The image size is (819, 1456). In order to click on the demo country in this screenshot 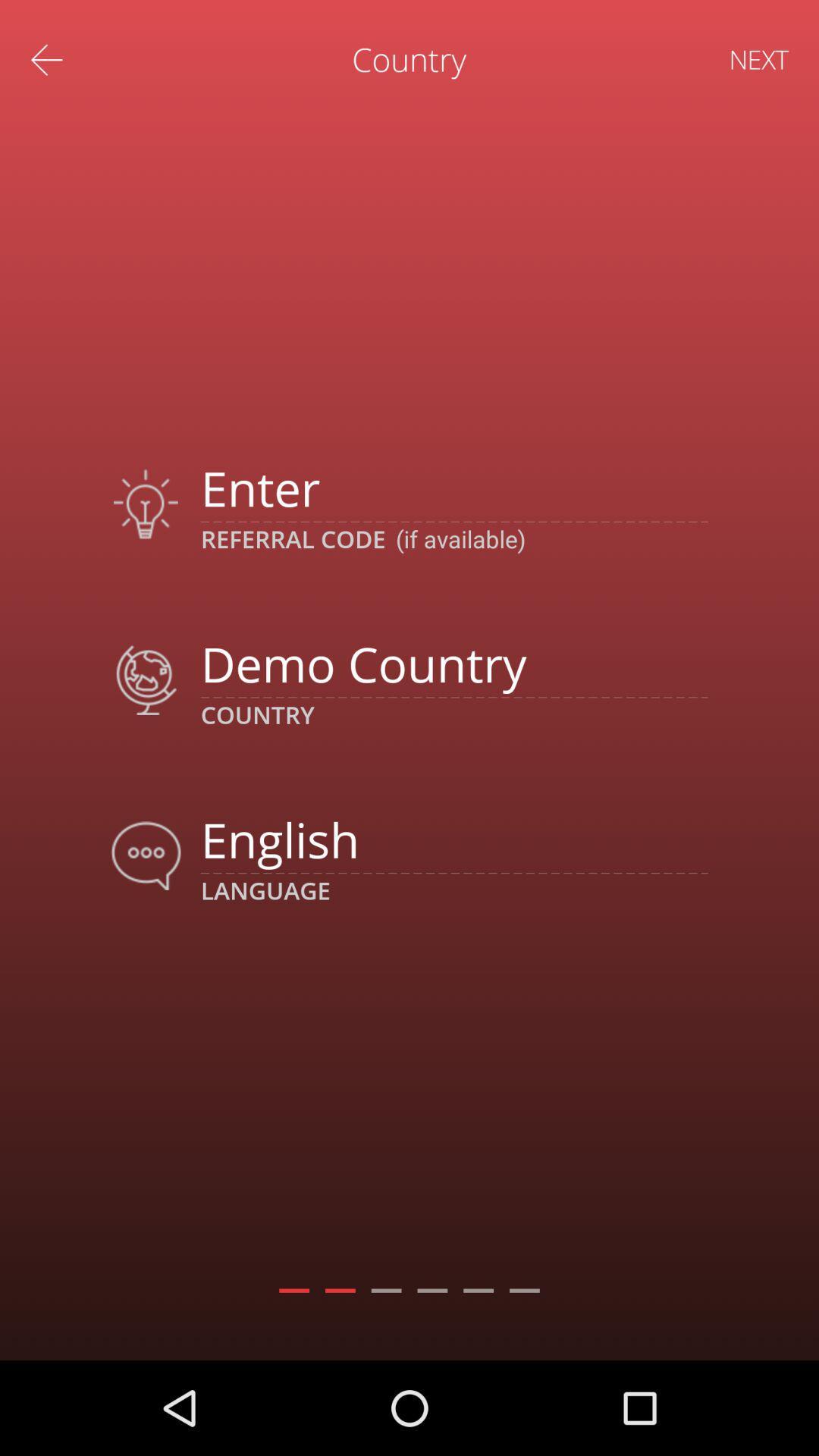, I will do `click(453, 664)`.